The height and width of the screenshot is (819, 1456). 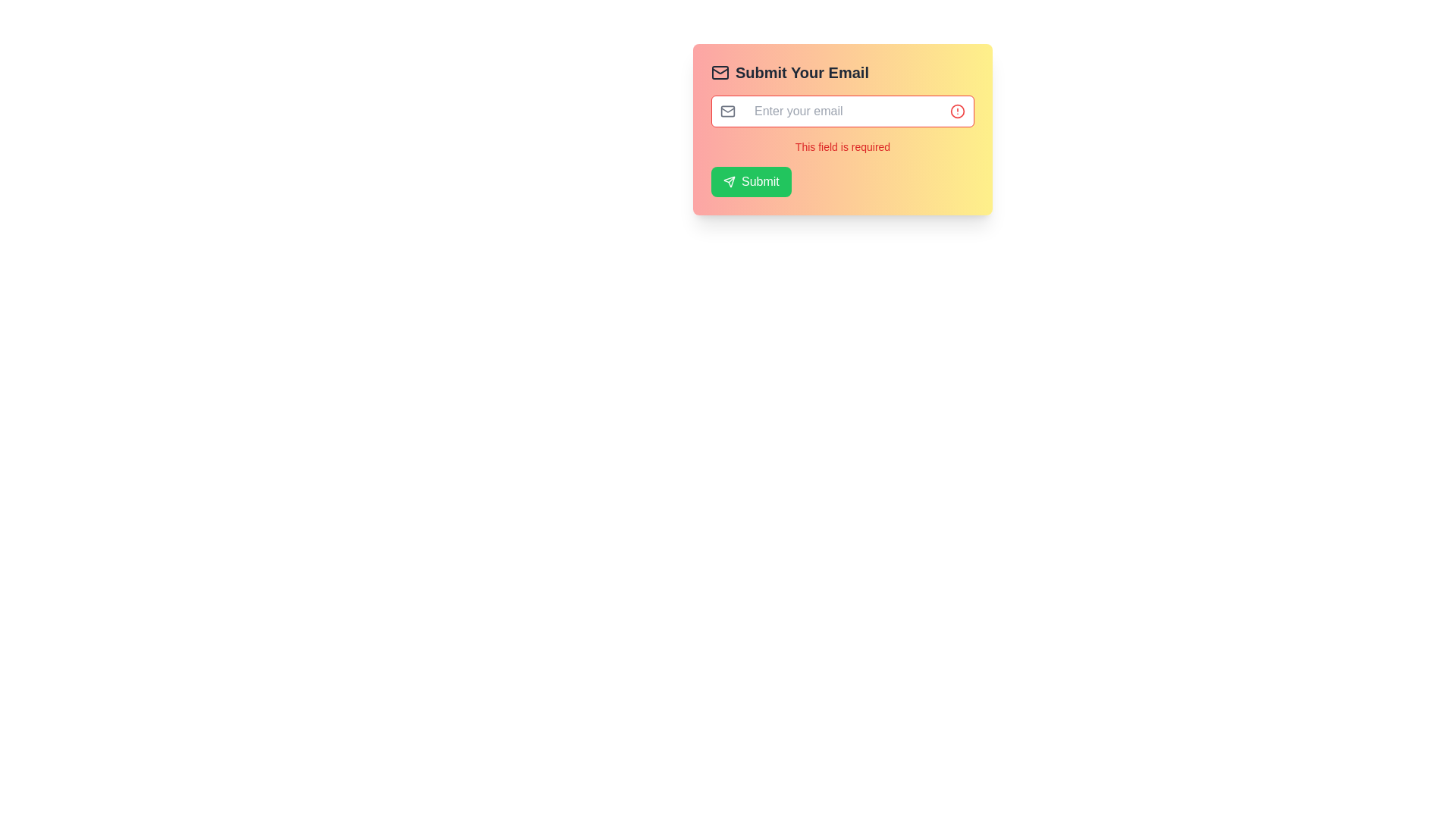 I want to click on the email icon located at the left of the 'Submit Your Email' heading to indicate its function for electronic communication, so click(x=720, y=73).